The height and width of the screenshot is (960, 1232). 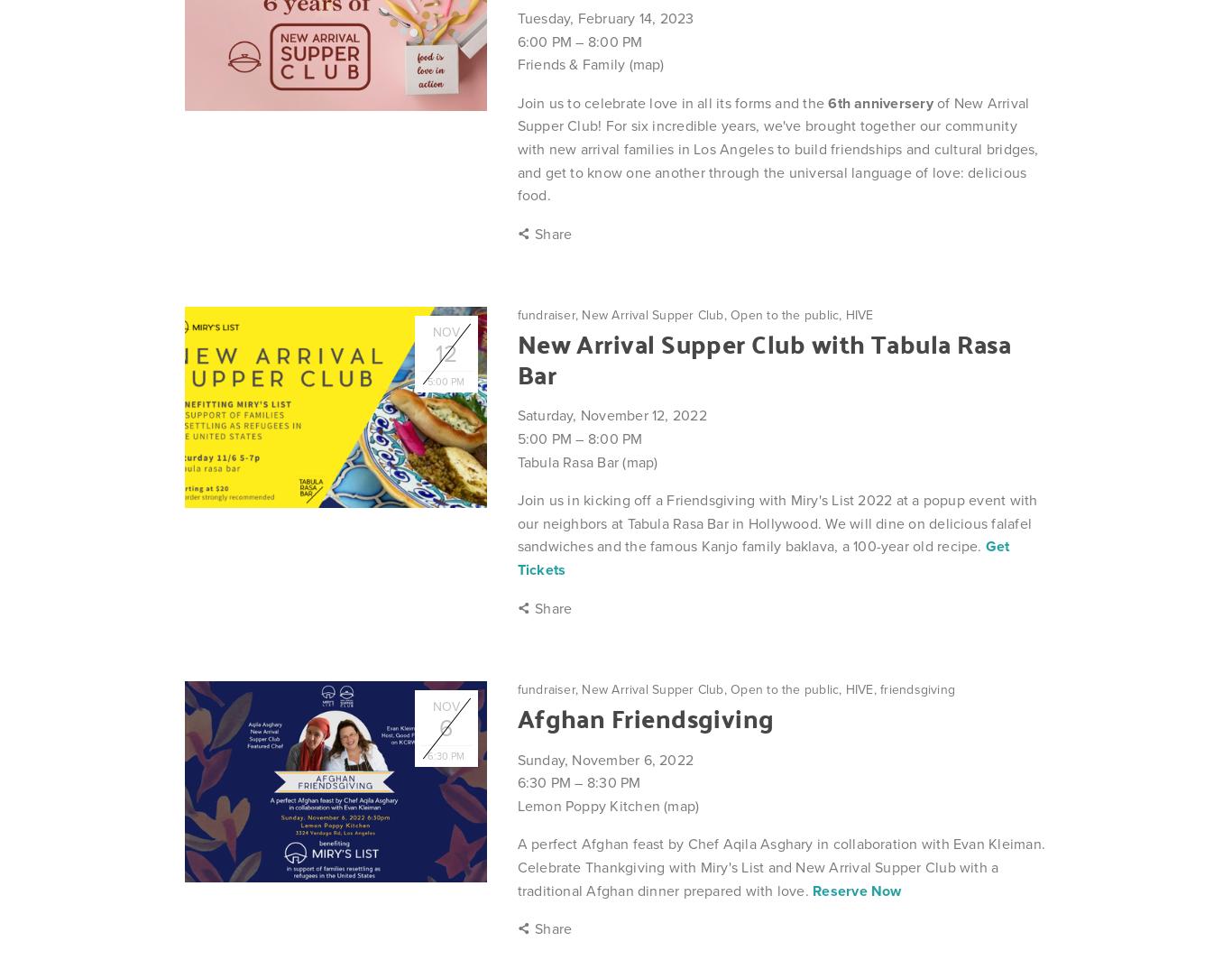 What do you see at coordinates (670, 102) in the screenshot?
I see `'Join us to celebrate love in all its forms and the'` at bounding box center [670, 102].